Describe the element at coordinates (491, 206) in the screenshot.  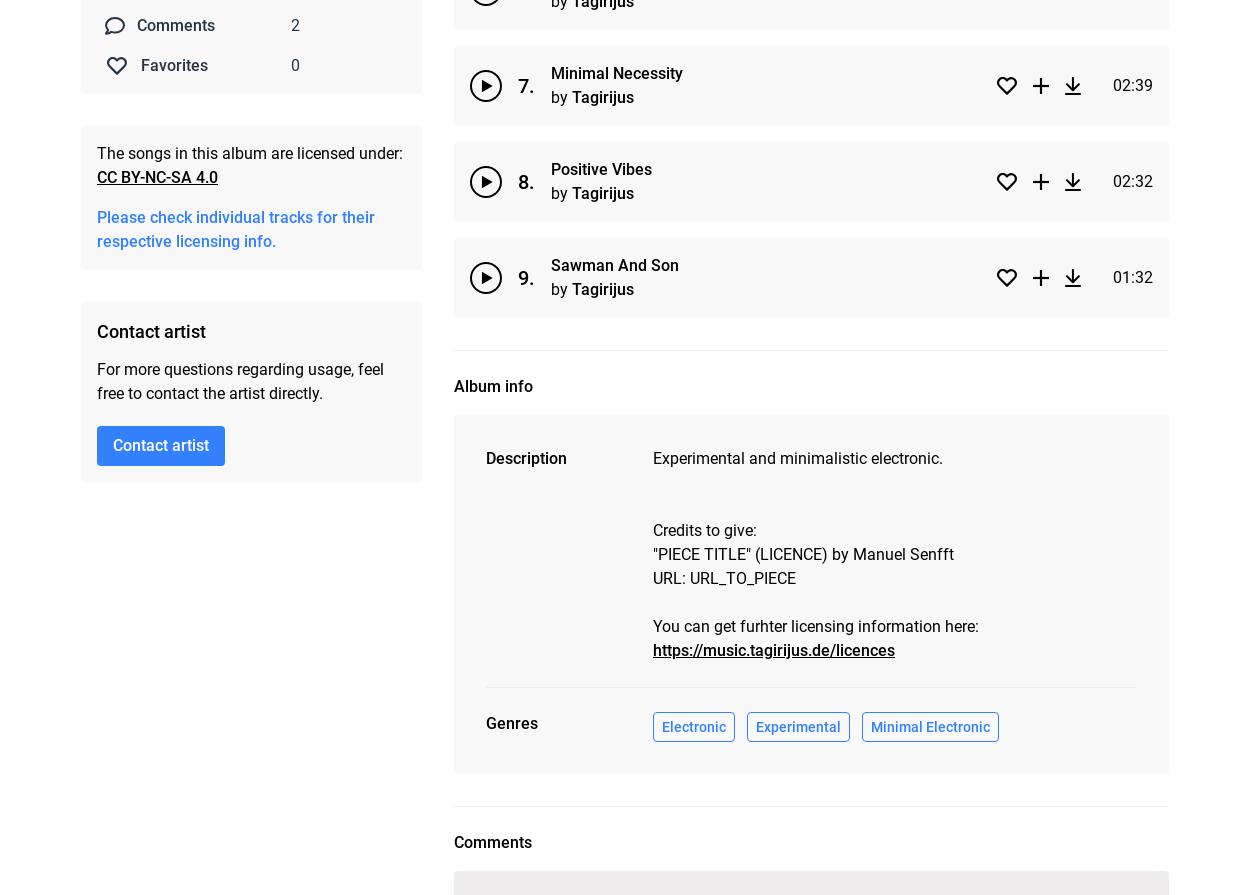
I see `'Comments'` at that location.